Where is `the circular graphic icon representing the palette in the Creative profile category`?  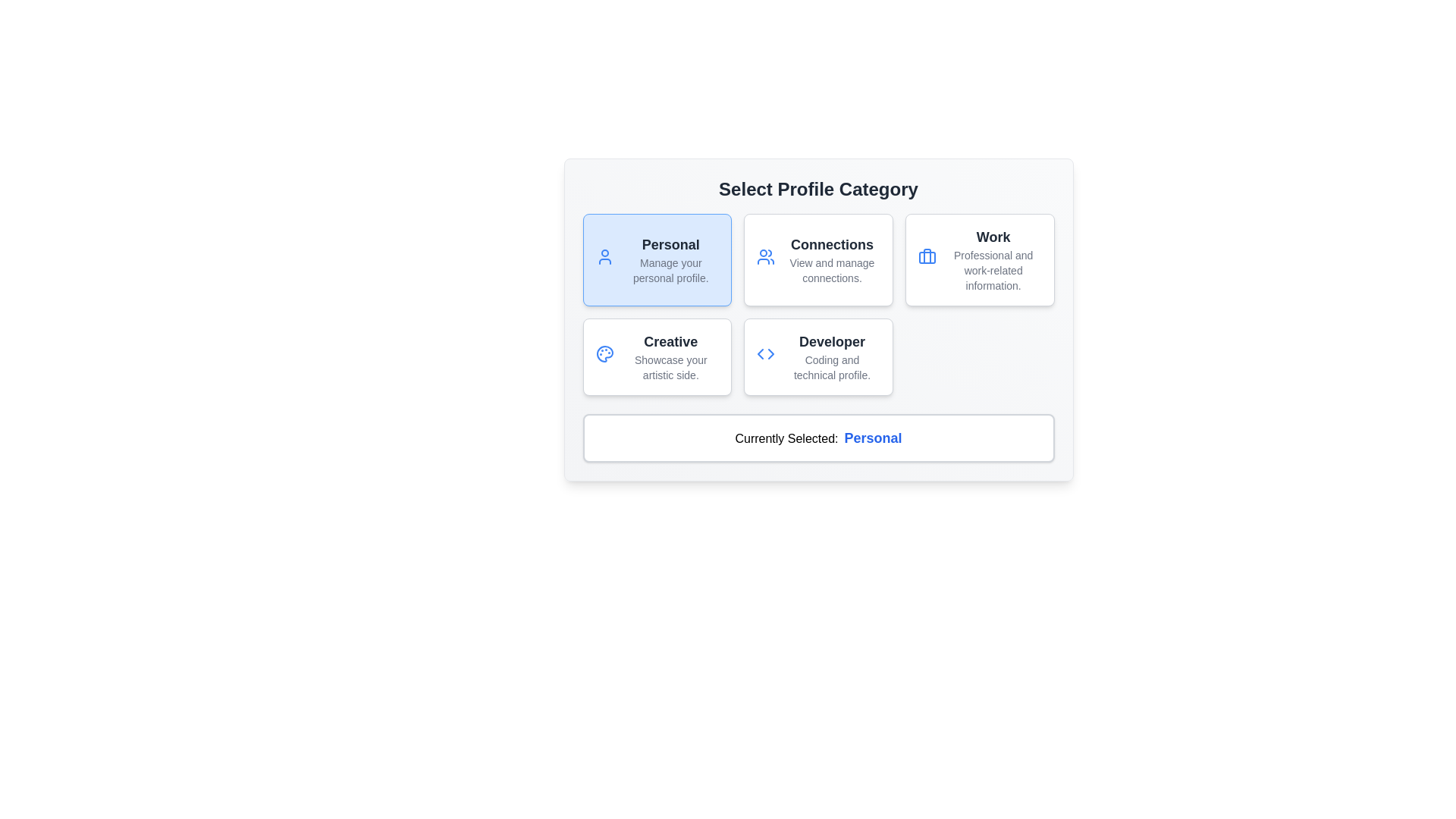 the circular graphic icon representing the palette in the Creative profile category is located at coordinates (604, 353).